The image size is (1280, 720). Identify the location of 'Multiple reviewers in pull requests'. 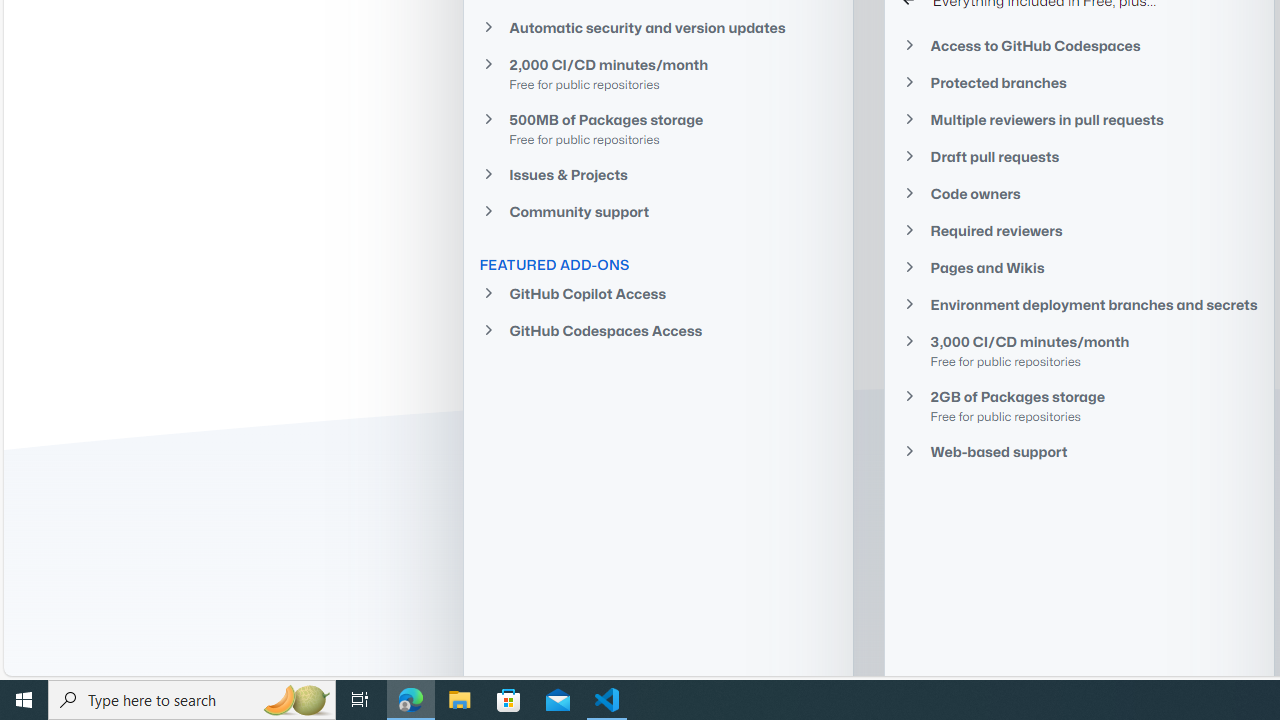
(1078, 119).